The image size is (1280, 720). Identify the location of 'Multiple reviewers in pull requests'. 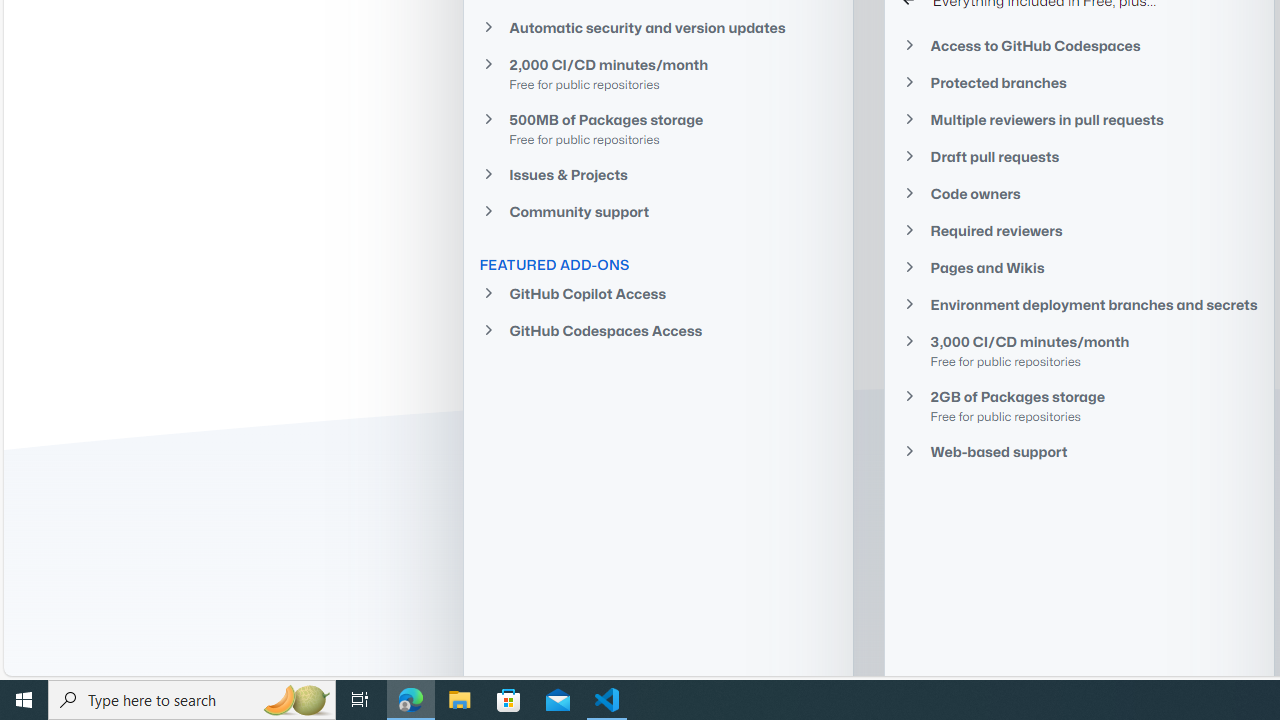
(1078, 119).